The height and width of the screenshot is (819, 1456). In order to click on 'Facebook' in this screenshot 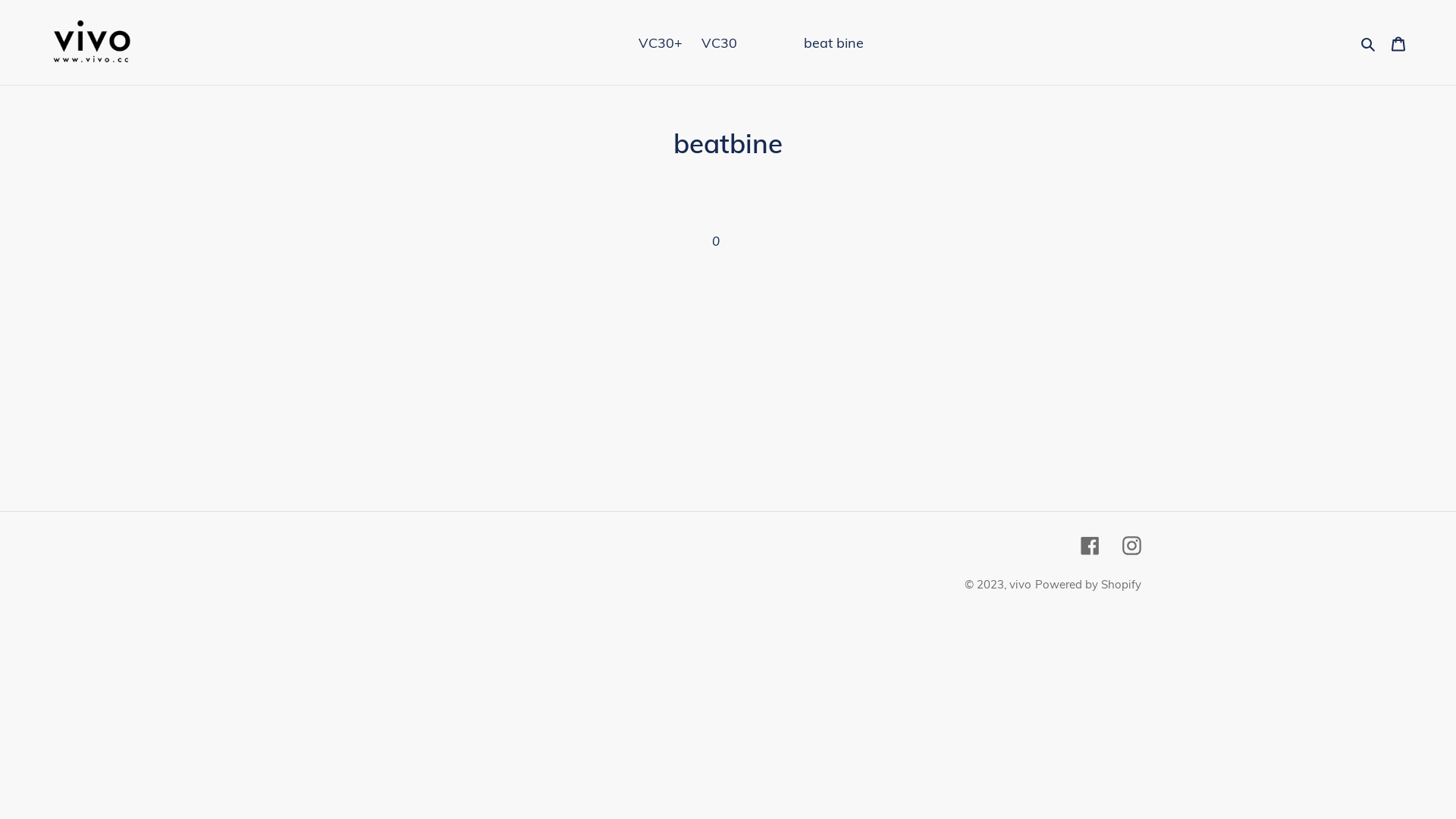, I will do `click(1080, 543)`.